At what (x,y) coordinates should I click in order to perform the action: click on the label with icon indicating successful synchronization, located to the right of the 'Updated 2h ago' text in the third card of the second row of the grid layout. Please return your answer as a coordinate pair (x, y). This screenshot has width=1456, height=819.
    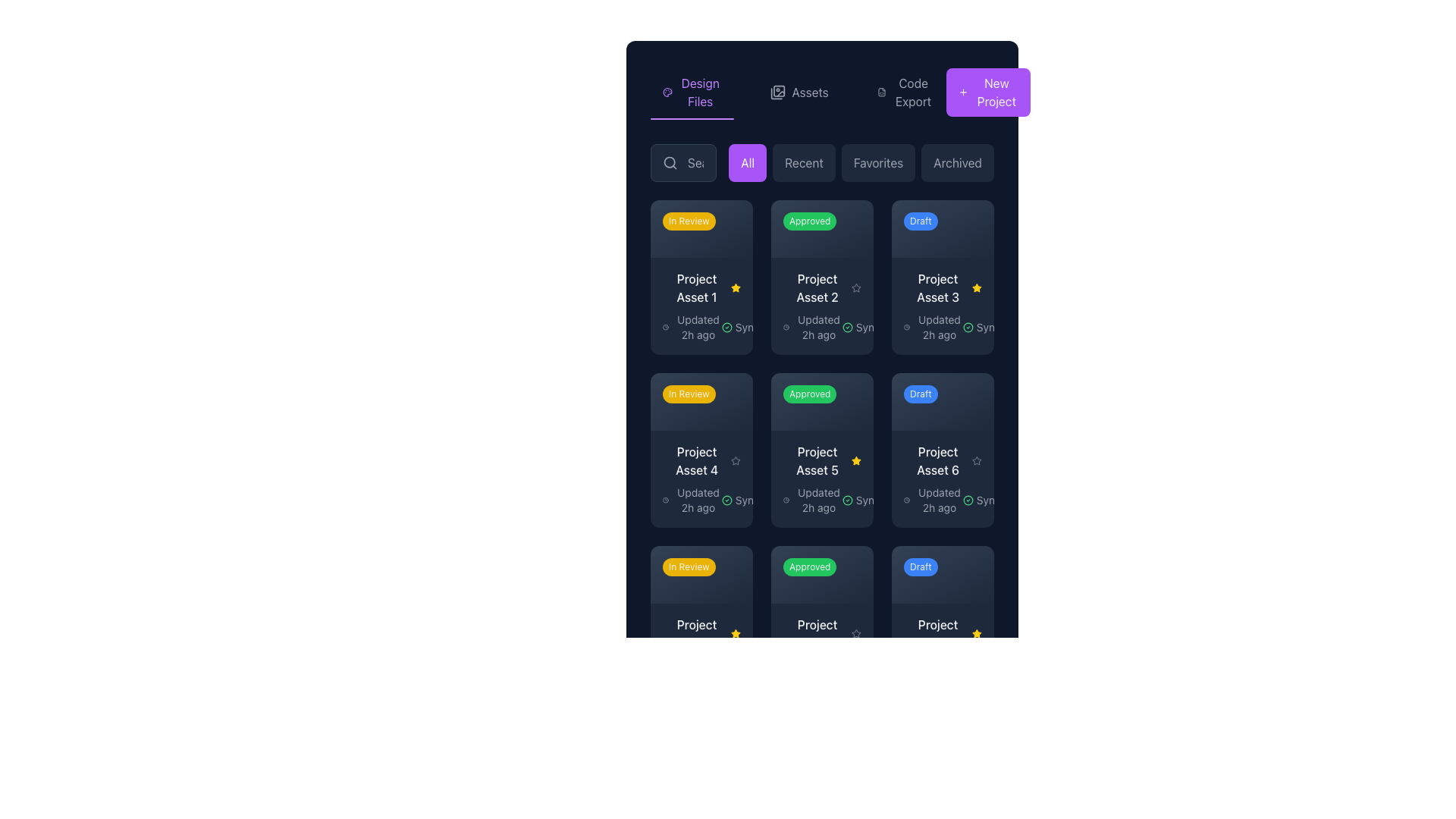
    Looking at the image, I should click on (987, 500).